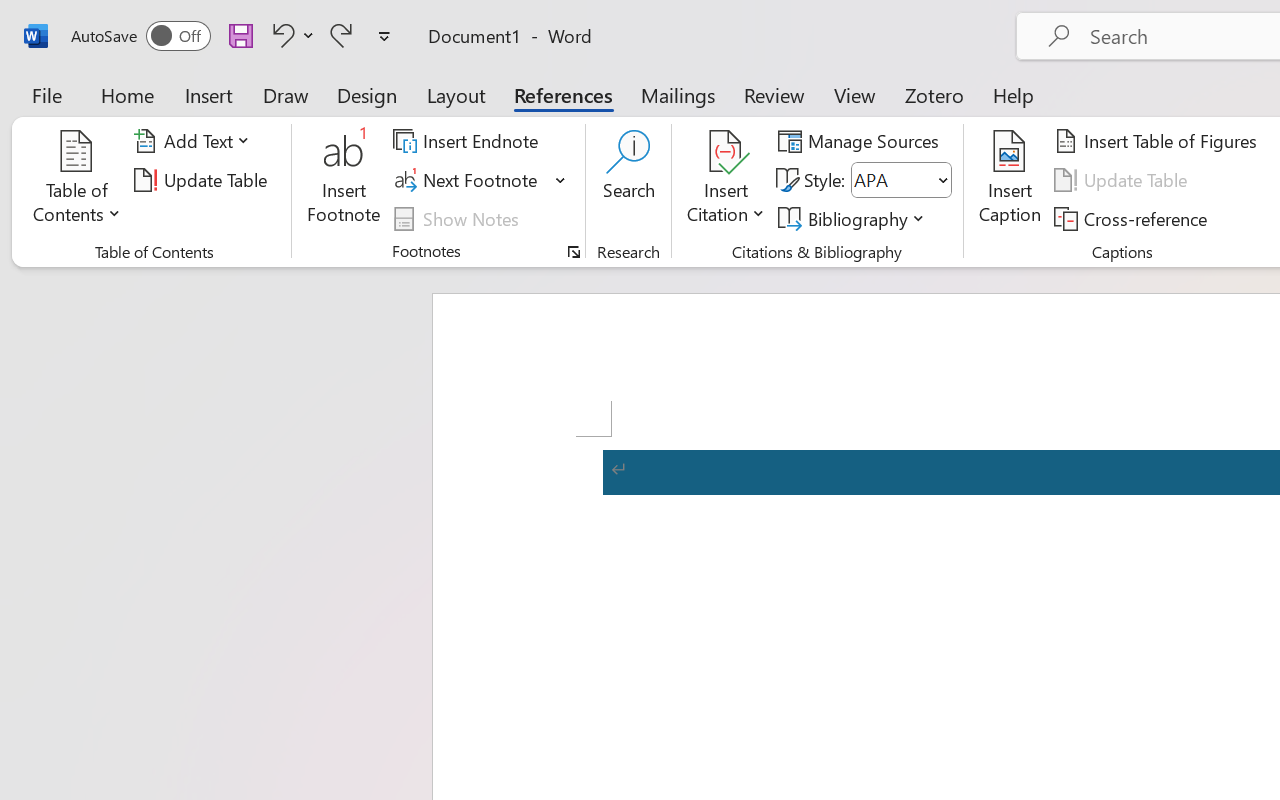  Describe the element at coordinates (1134, 218) in the screenshot. I see `'Cross-reference...'` at that location.